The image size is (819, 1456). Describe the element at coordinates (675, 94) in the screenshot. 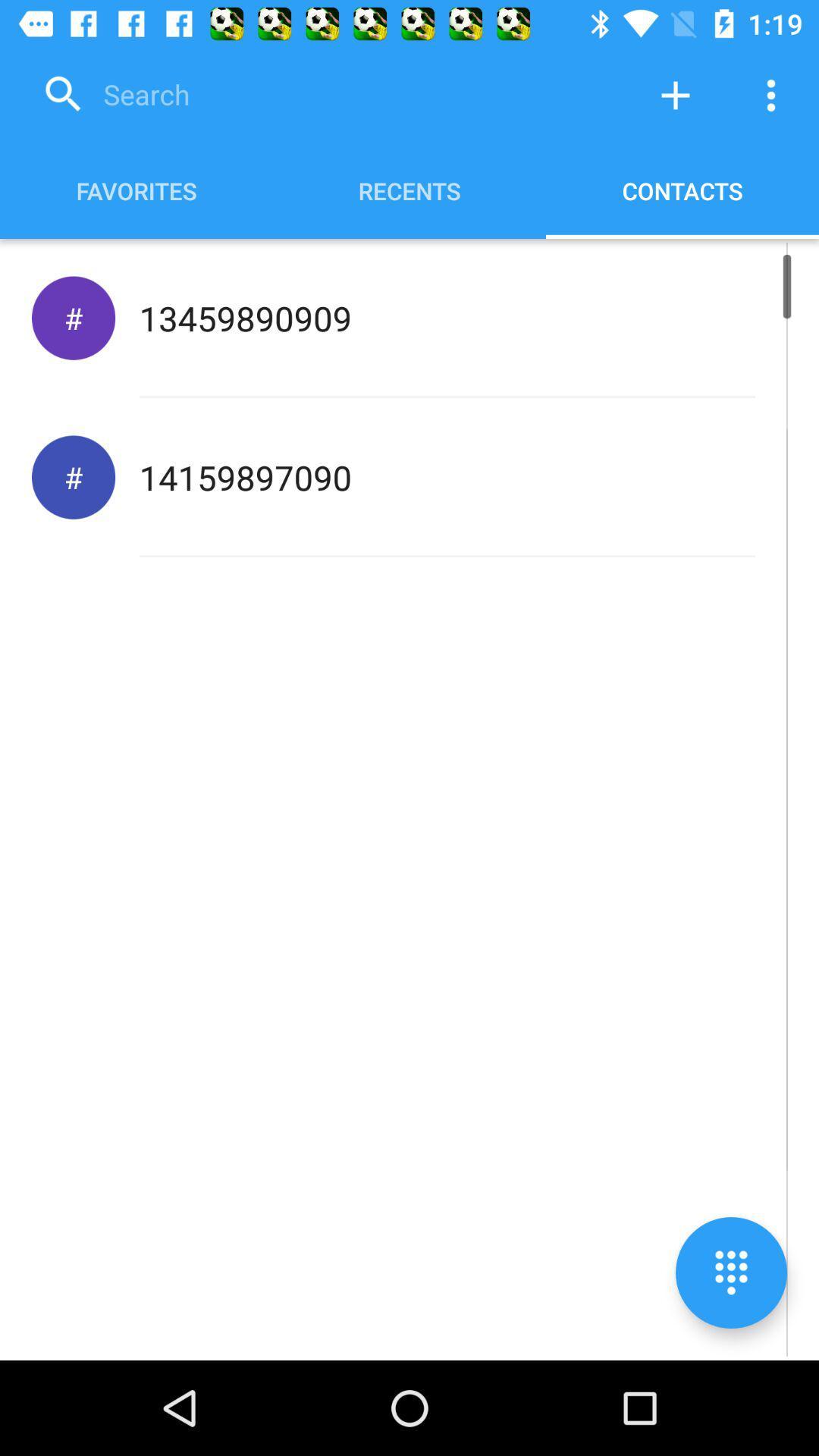

I see `a contact` at that location.